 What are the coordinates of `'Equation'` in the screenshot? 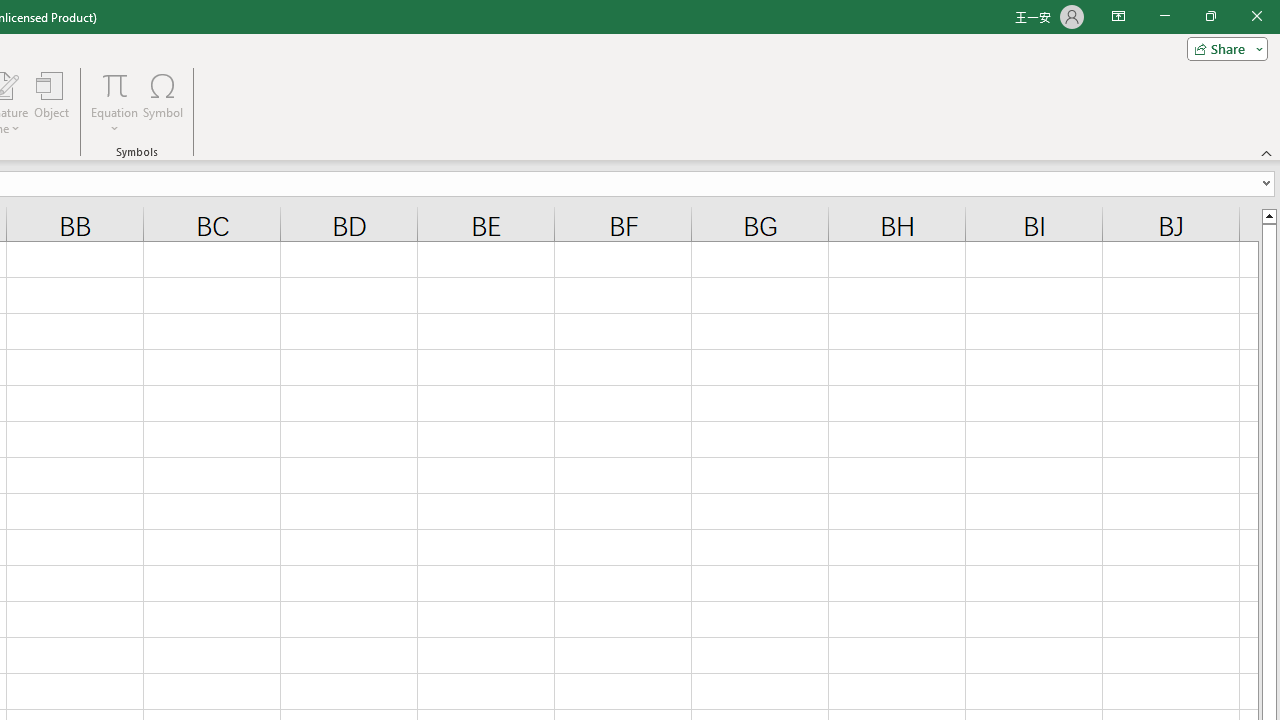 It's located at (114, 103).